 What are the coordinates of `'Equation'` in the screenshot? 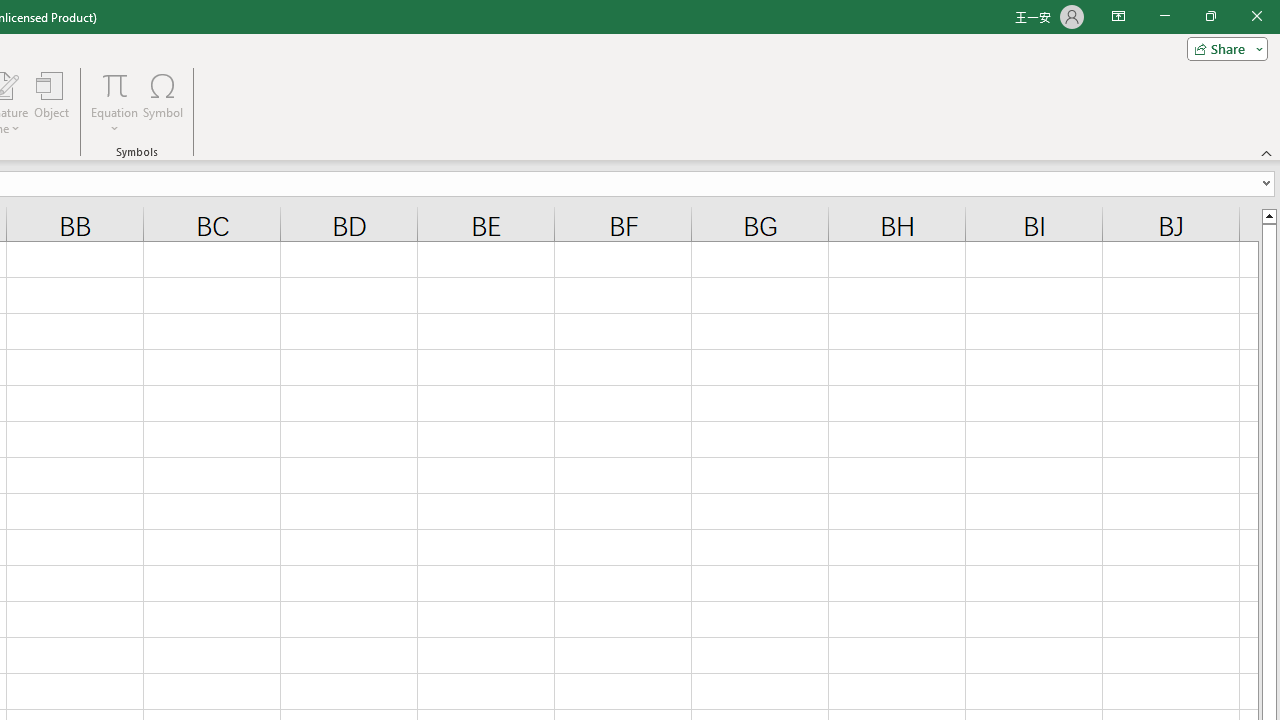 It's located at (114, 103).